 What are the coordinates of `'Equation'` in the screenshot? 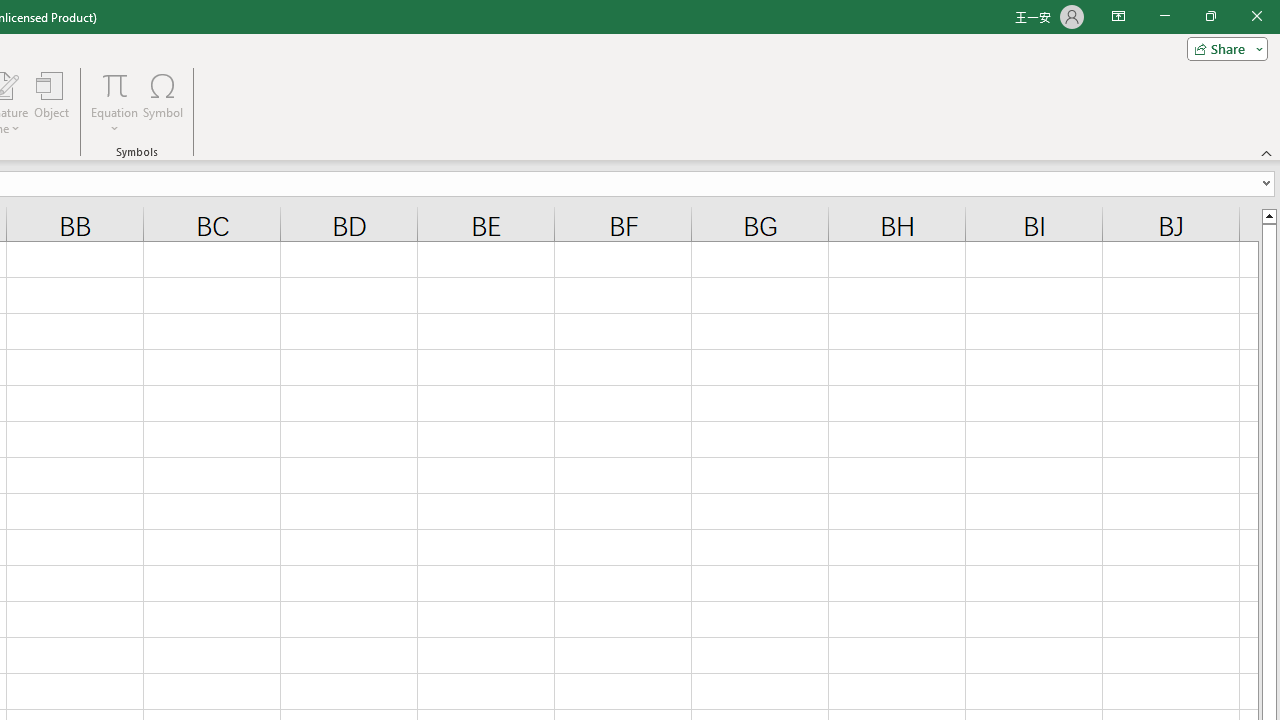 It's located at (114, 103).